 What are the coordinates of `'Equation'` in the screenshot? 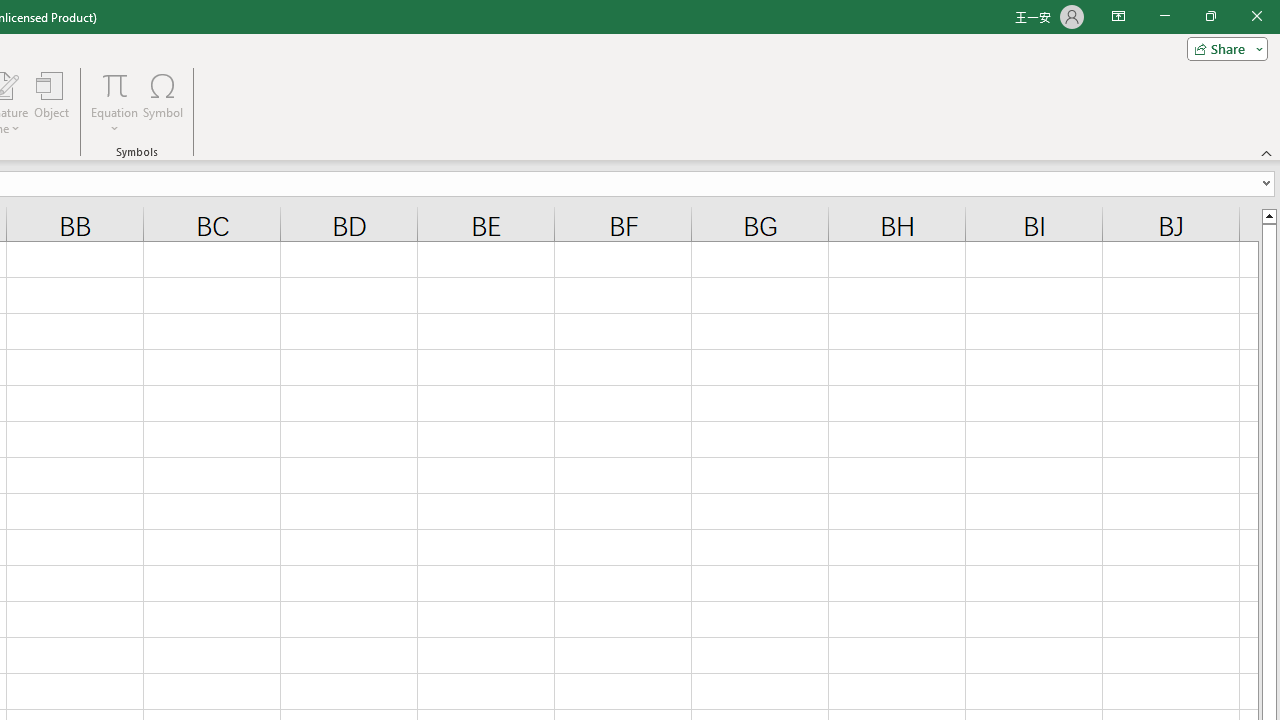 It's located at (114, 103).